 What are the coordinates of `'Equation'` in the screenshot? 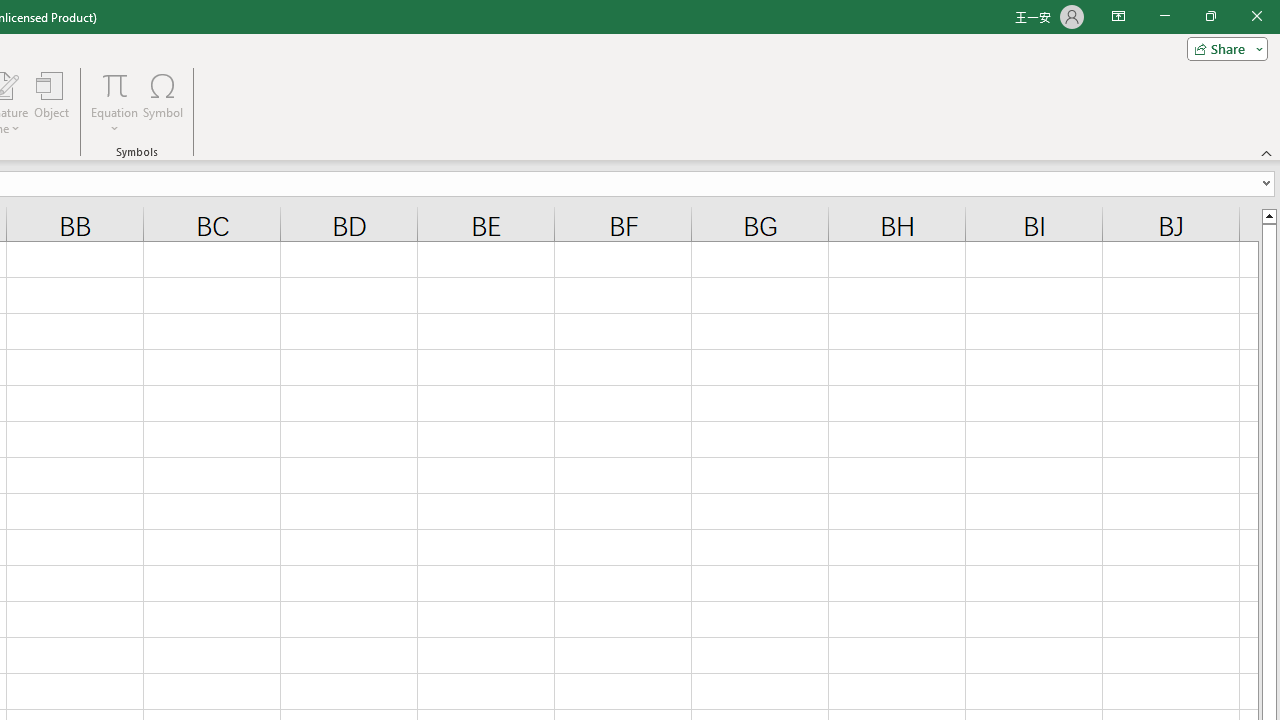 It's located at (114, 103).